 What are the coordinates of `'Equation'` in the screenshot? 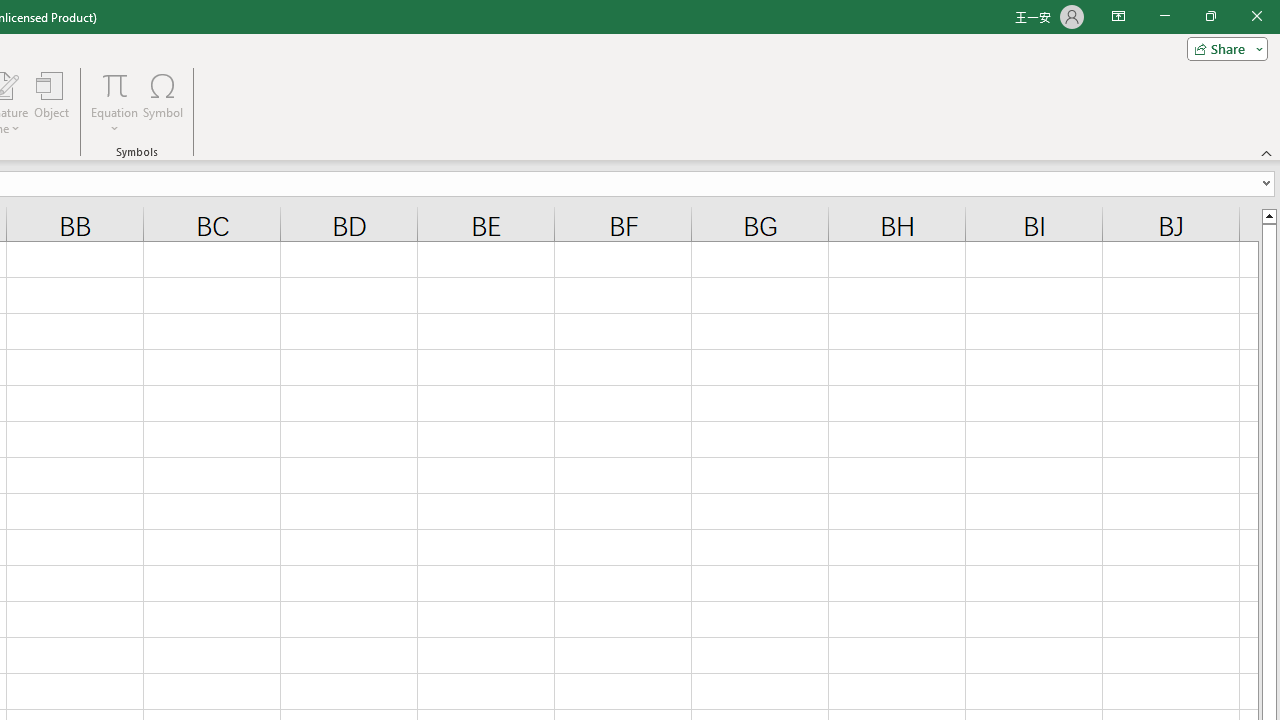 It's located at (114, 103).